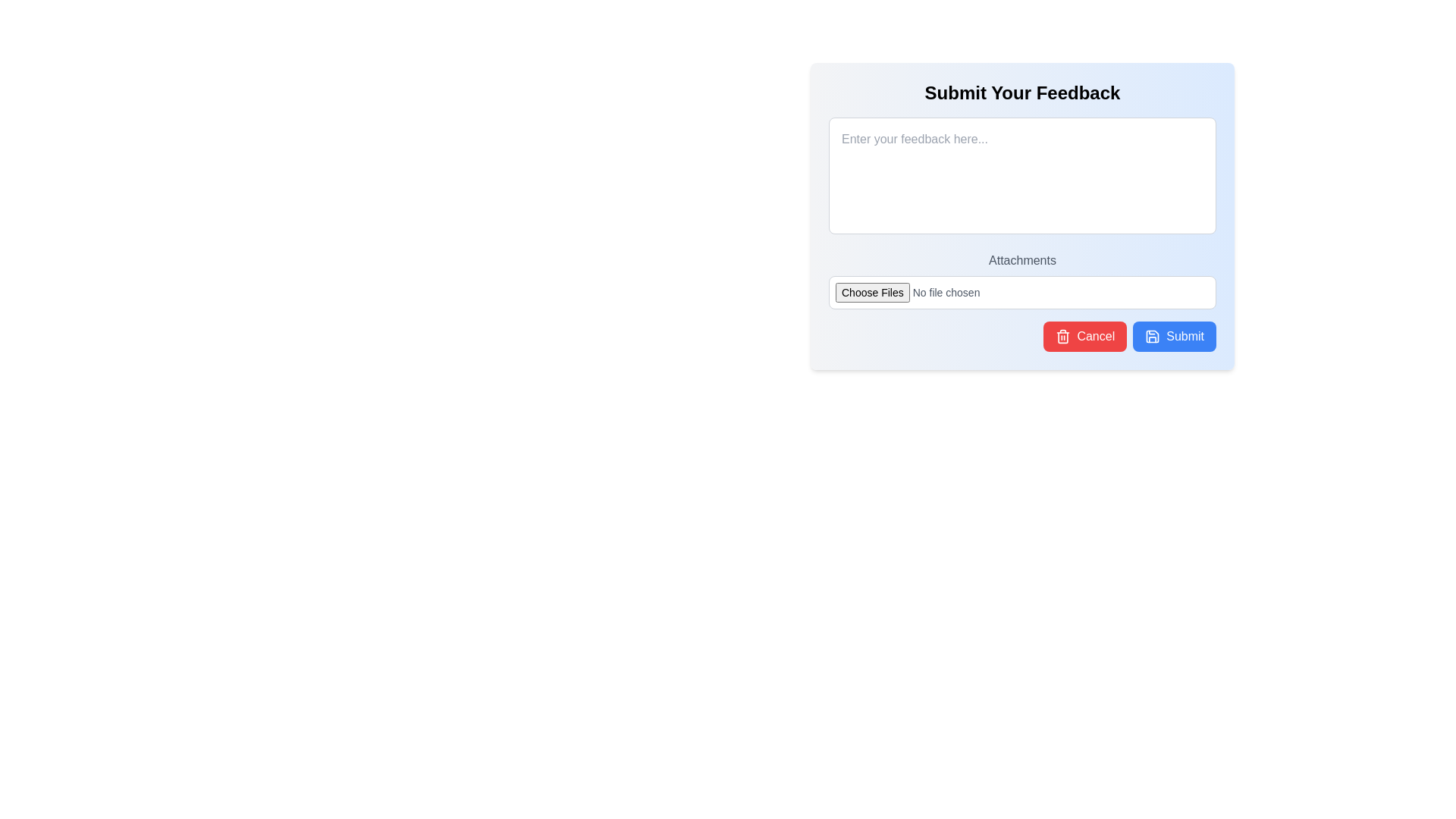 Image resolution: width=1456 pixels, height=819 pixels. Describe the element at coordinates (1062, 335) in the screenshot. I see `the cancel icon located on the left side of the red 'Cancel' button at the bottom-left corner of the feedback submission form` at that location.